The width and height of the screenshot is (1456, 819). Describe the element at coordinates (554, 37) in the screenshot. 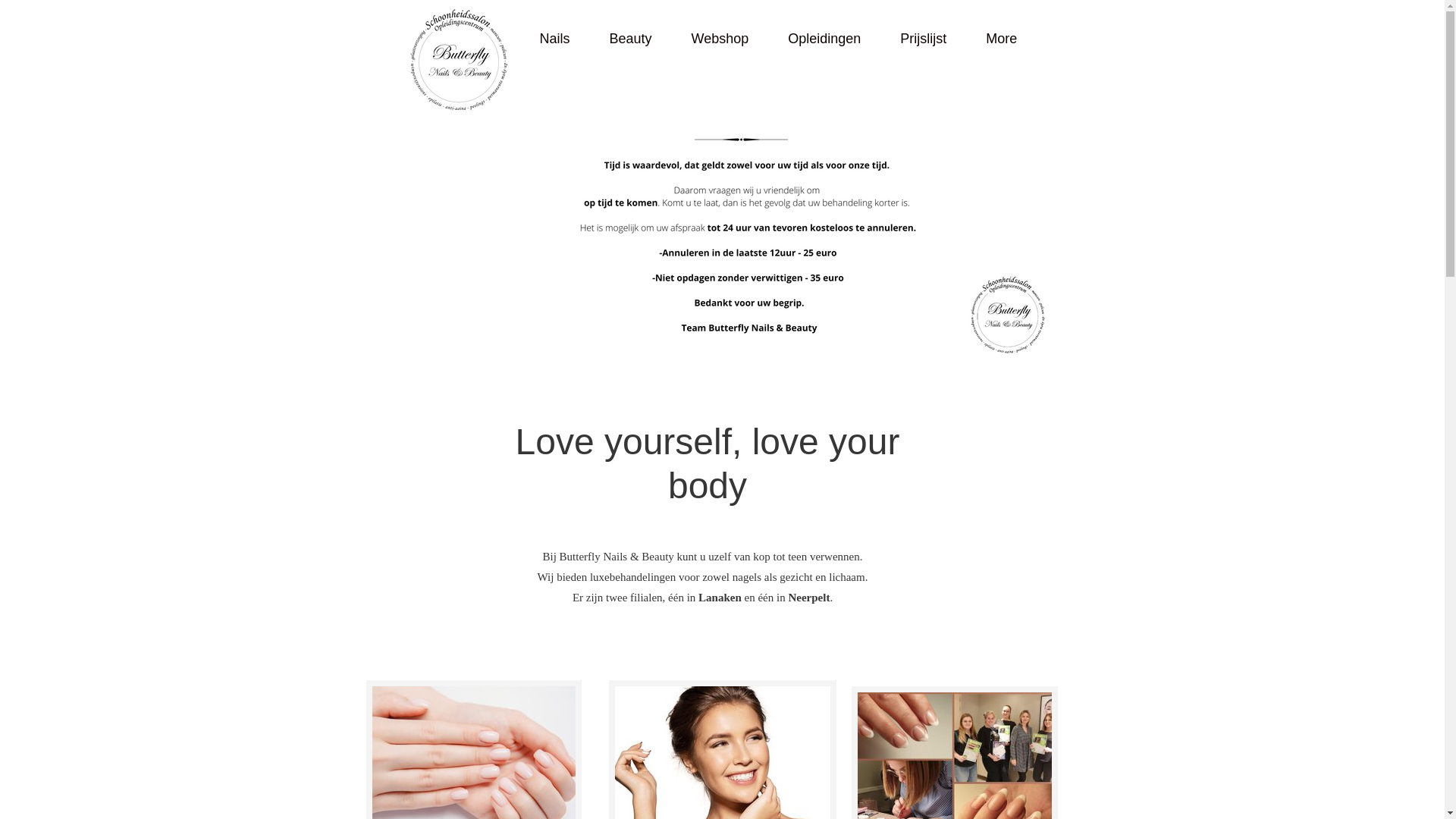

I see `'Nails'` at that location.